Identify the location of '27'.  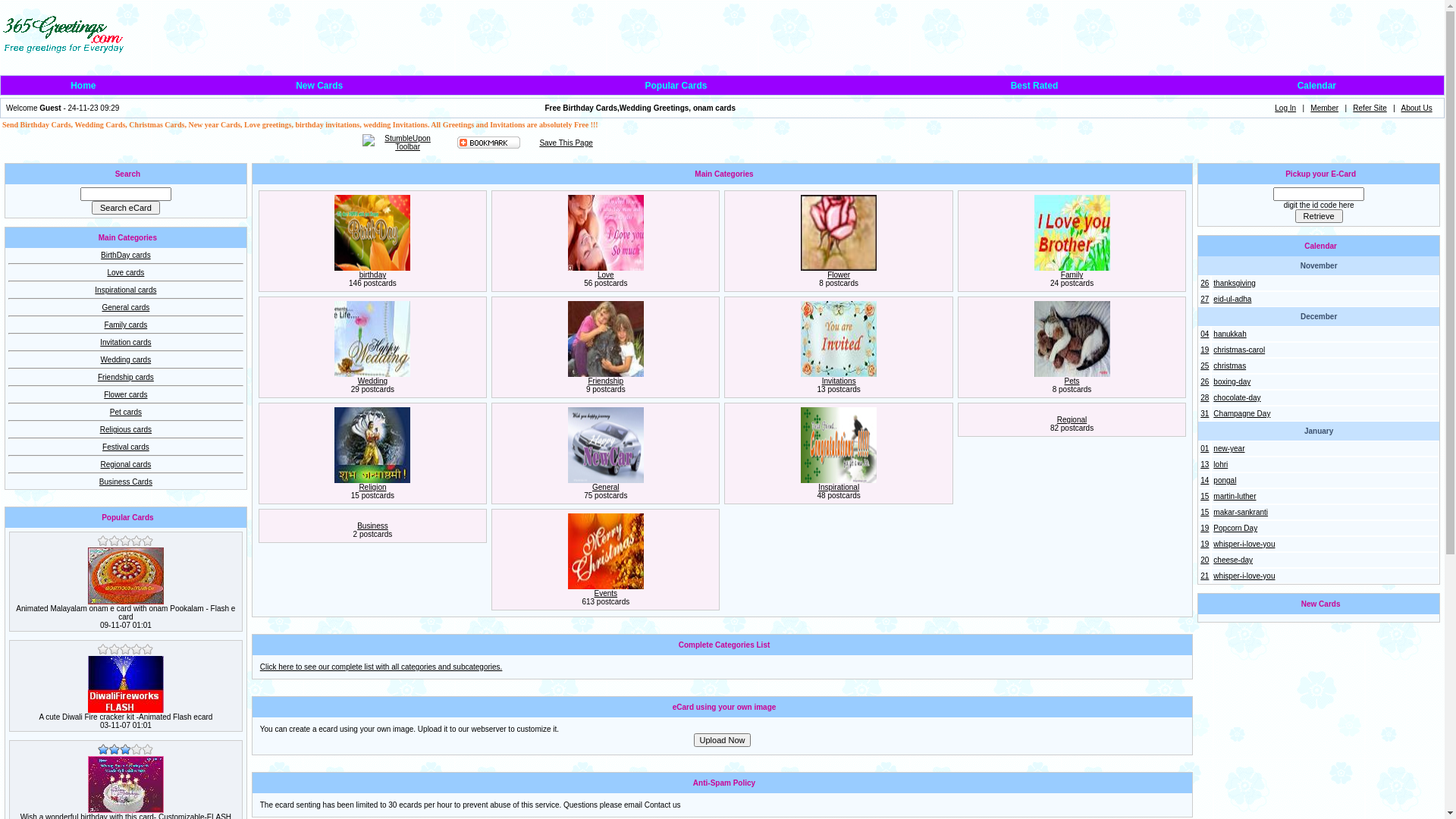
(1200, 299).